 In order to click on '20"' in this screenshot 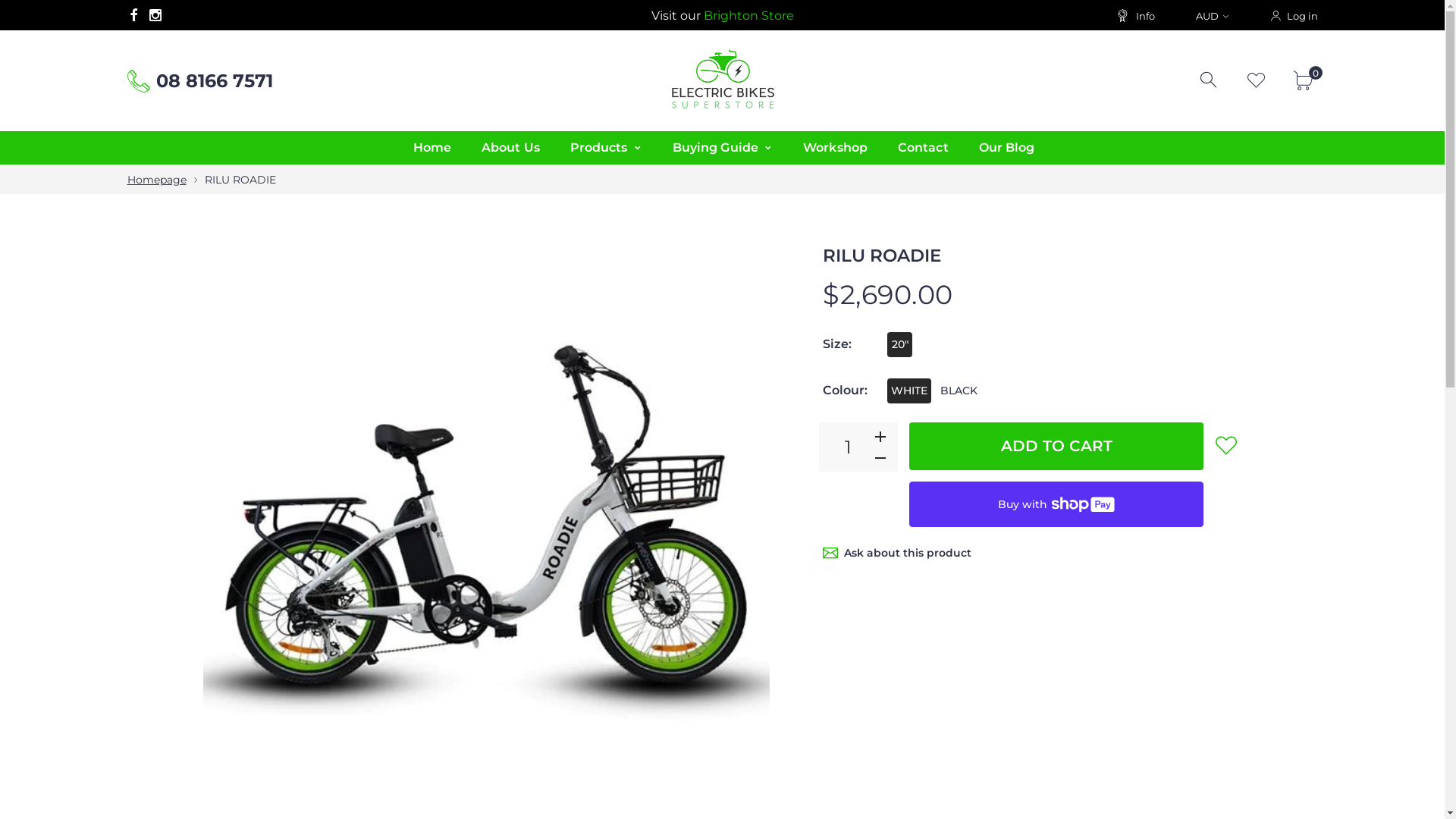, I will do `click(899, 344)`.